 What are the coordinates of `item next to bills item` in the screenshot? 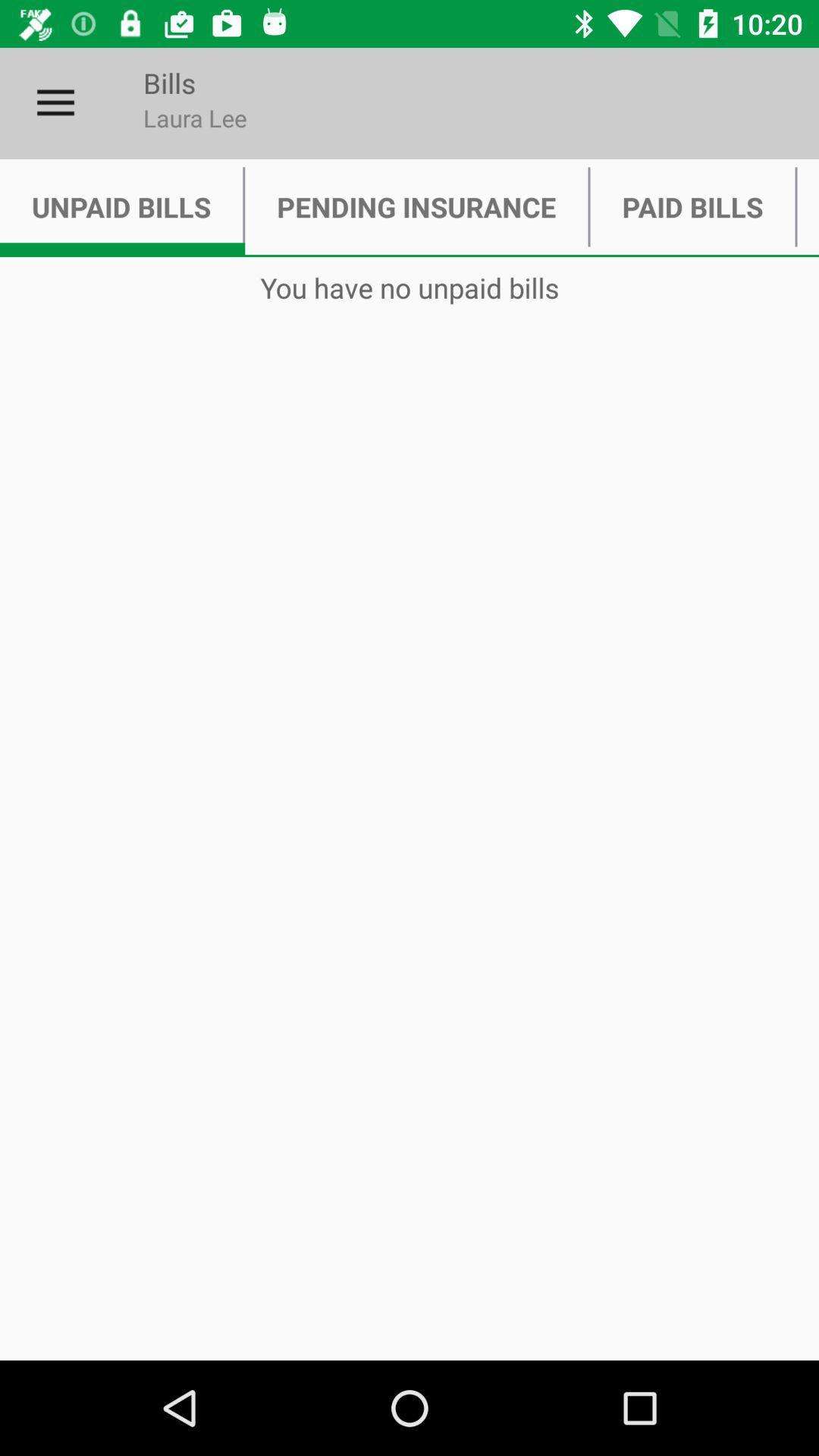 It's located at (55, 102).